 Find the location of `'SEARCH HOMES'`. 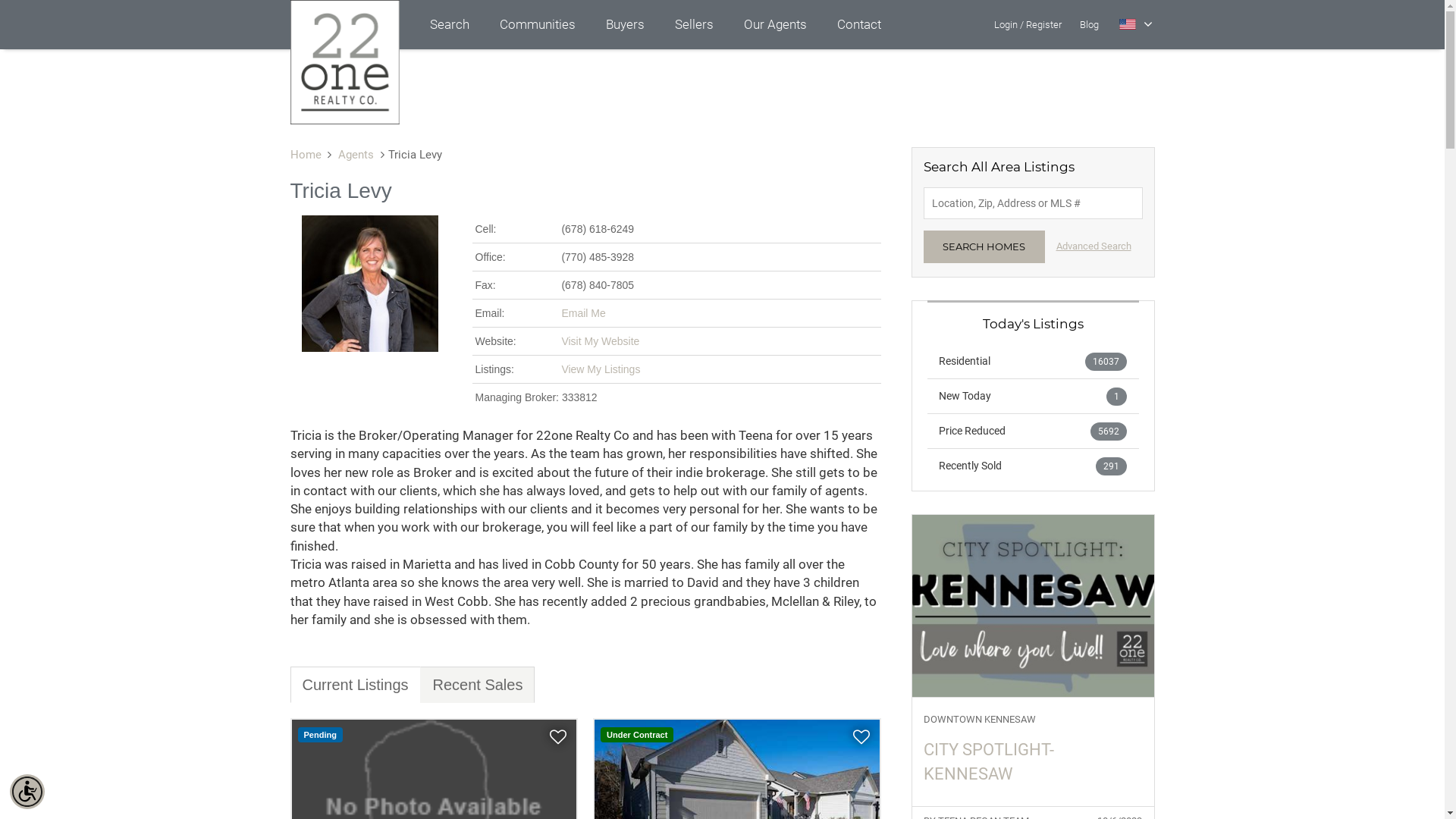

'SEARCH HOMES' is located at coordinates (923, 246).